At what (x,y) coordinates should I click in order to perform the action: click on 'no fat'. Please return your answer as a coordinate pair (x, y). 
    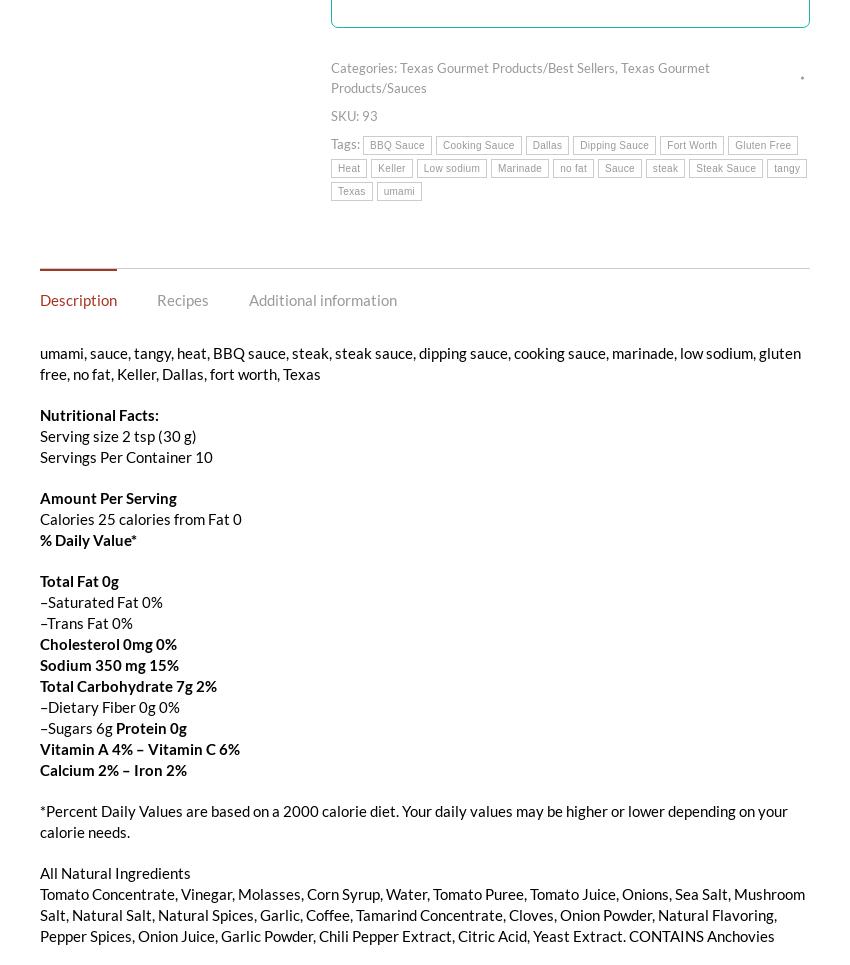
    Looking at the image, I should click on (572, 166).